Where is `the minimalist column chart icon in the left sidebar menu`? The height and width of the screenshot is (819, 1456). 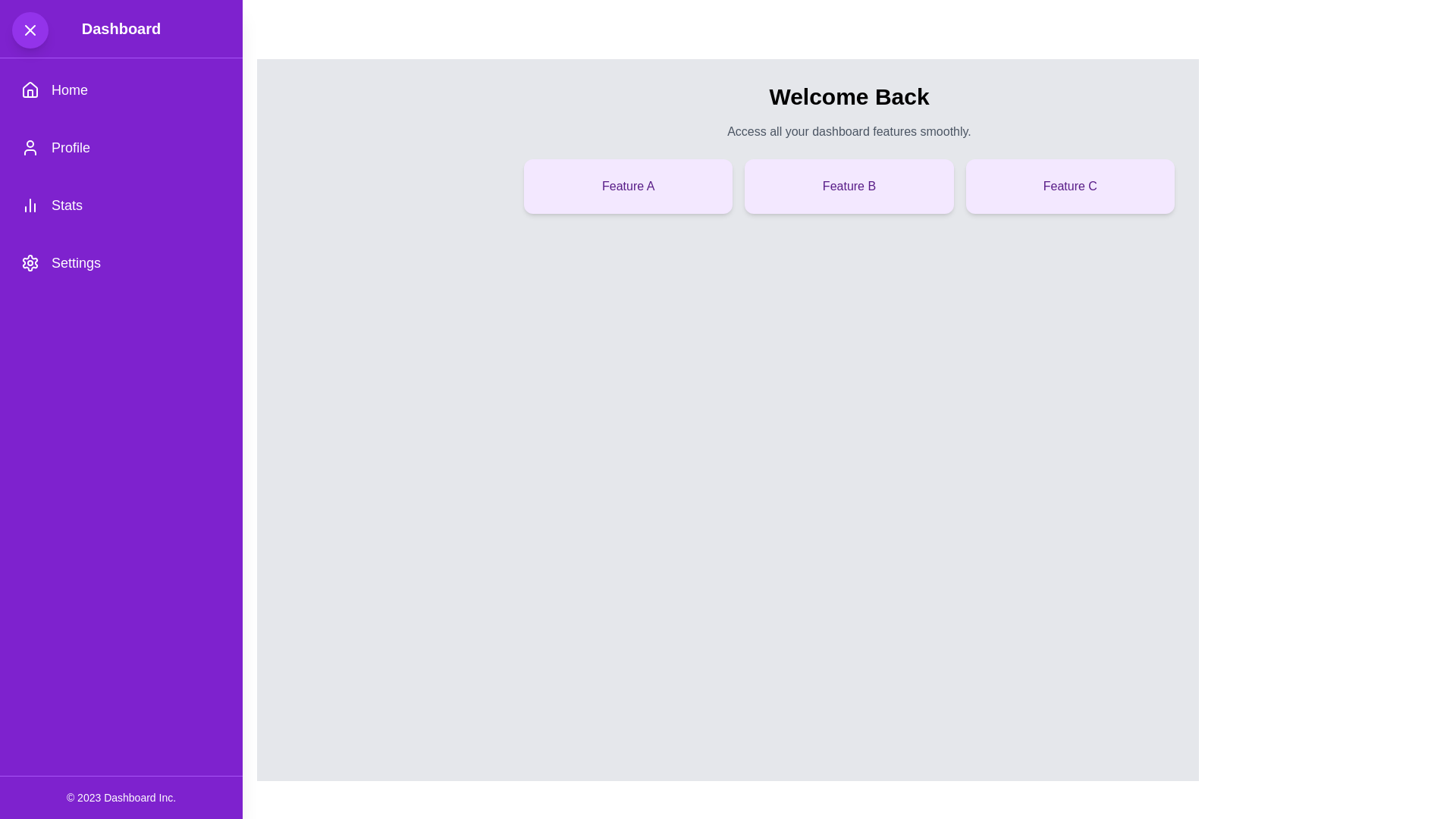 the minimalist column chart icon in the left sidebar menu is located at coordinates (30, 205).